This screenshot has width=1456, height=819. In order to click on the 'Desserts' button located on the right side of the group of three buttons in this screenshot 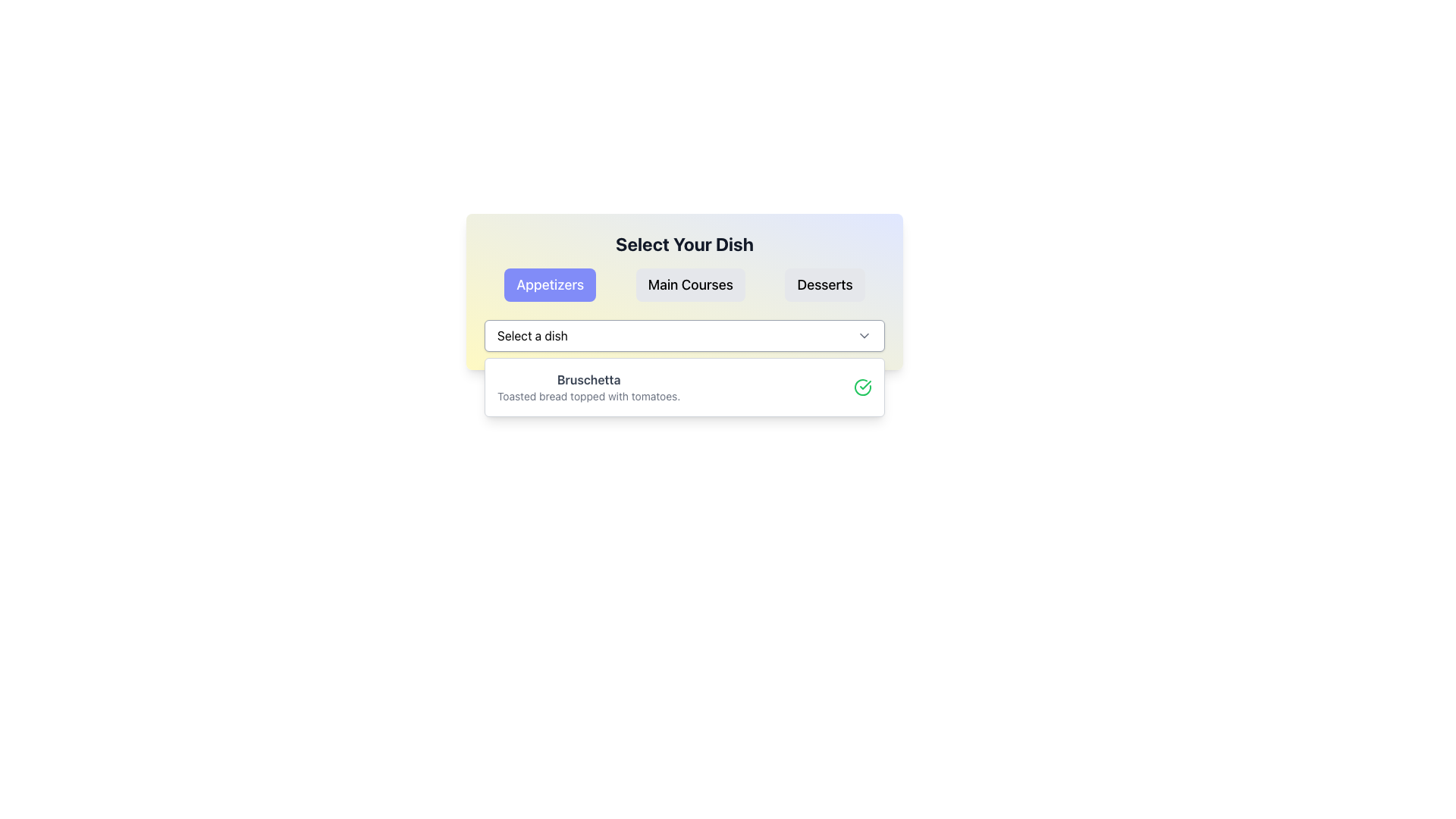, I will do `click(824, 284)`.